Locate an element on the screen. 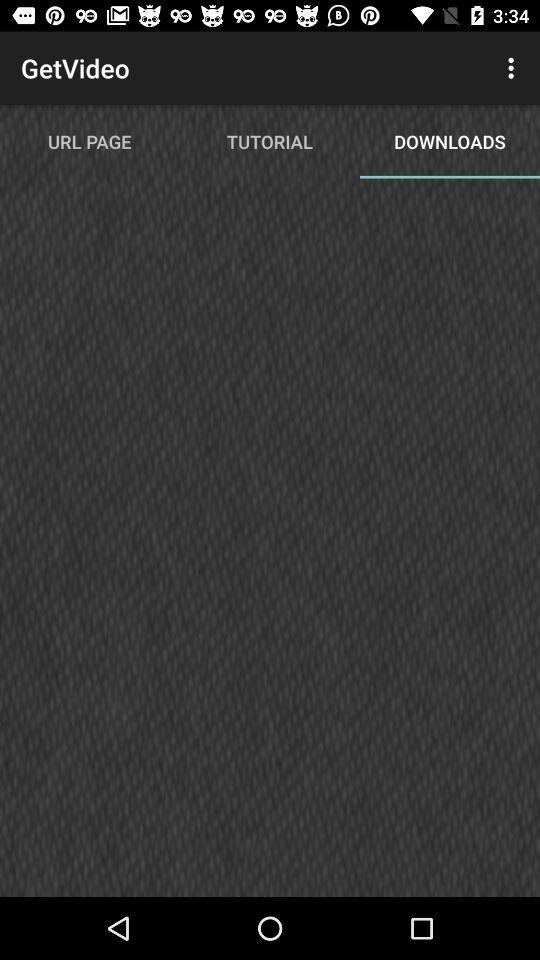  the app to the right of tutorial is located at coordinates (513, 68).